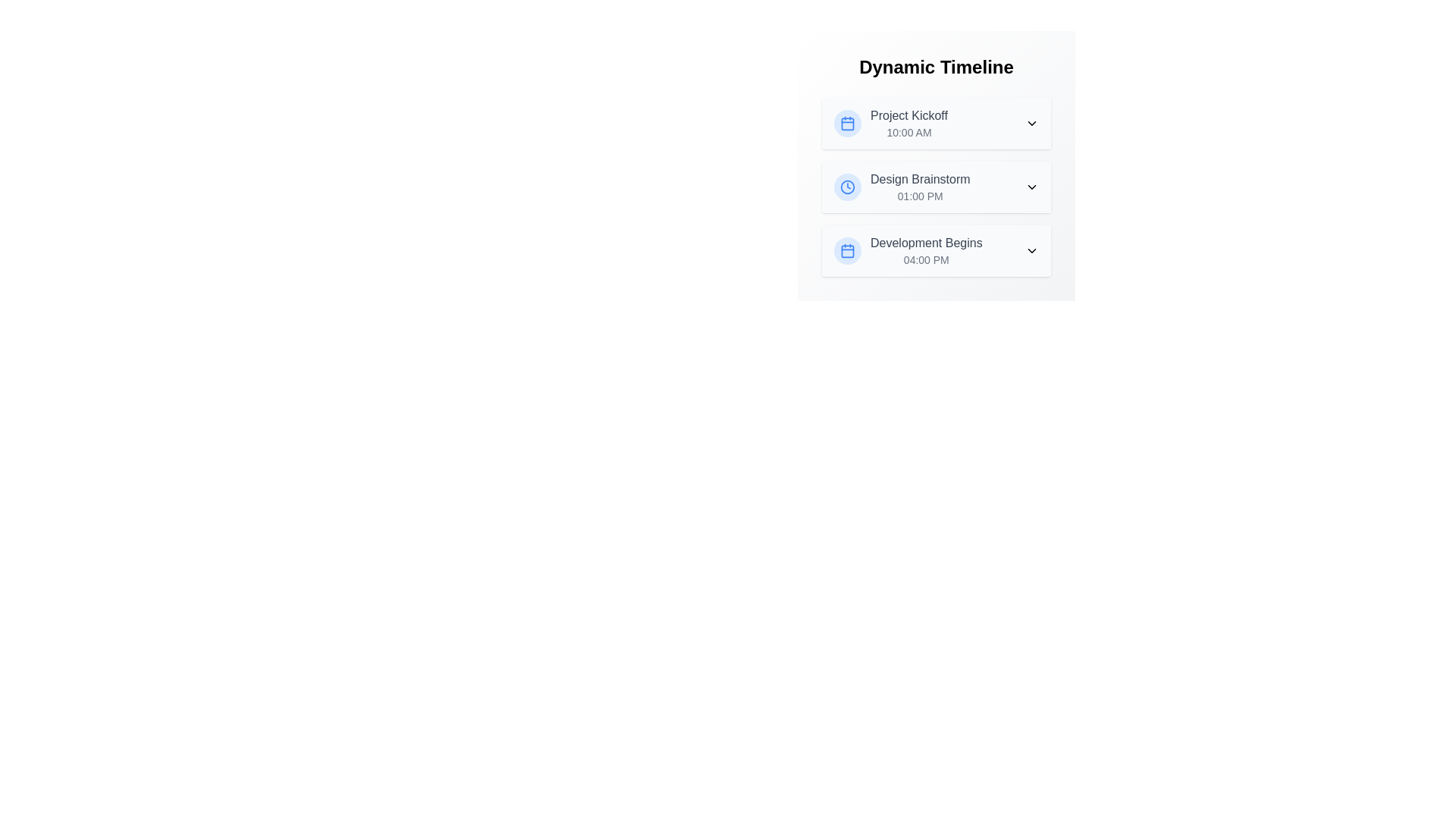 The height and width of the screenshot is (819, 1456). What do you see at coordinates (847, 186) in the screenshot?
I see `the circular blue clock icon located in the second row of the 'Dynamic Timeline' component, positioned before the text 'Design Brainstorm' and the time '01:00 PM'` at bounding box center [847, 186].